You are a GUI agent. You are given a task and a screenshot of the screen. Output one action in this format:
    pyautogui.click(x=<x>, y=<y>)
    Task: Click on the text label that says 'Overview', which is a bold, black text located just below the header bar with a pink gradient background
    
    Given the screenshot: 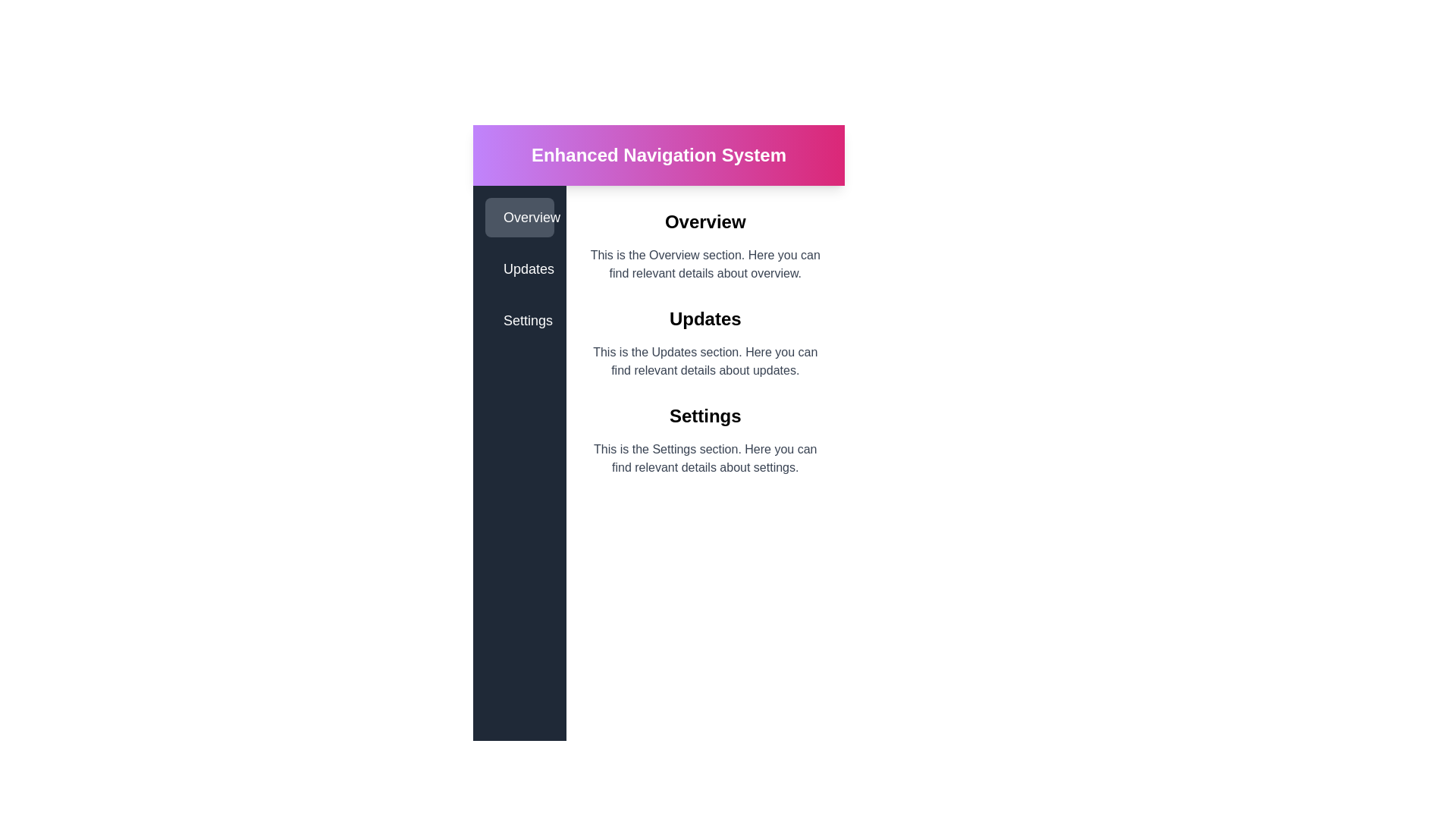 What is the action you would take?
    pyautogui.click(x=704, y=222)
    